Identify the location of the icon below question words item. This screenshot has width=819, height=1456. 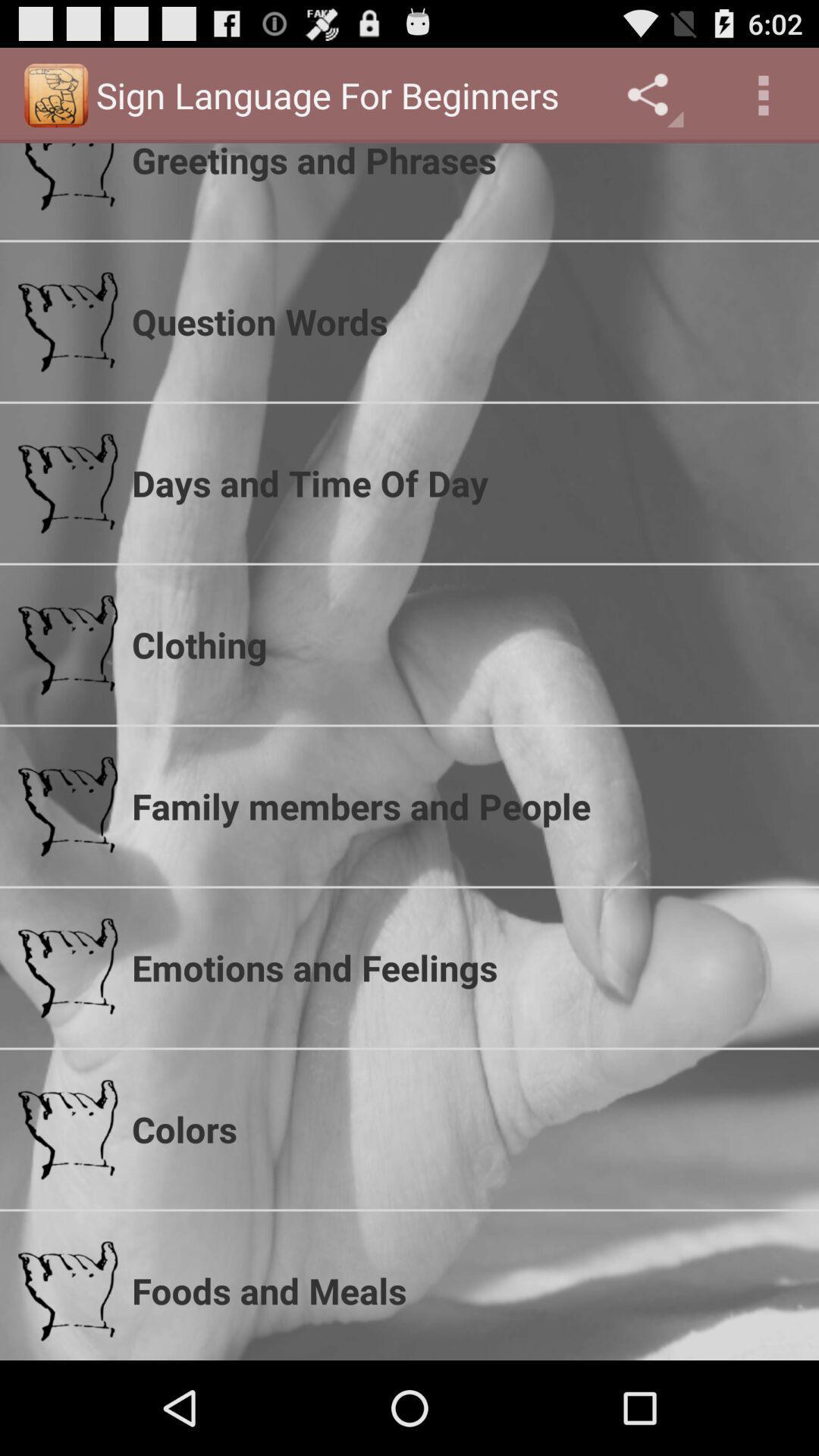
(465, 482).